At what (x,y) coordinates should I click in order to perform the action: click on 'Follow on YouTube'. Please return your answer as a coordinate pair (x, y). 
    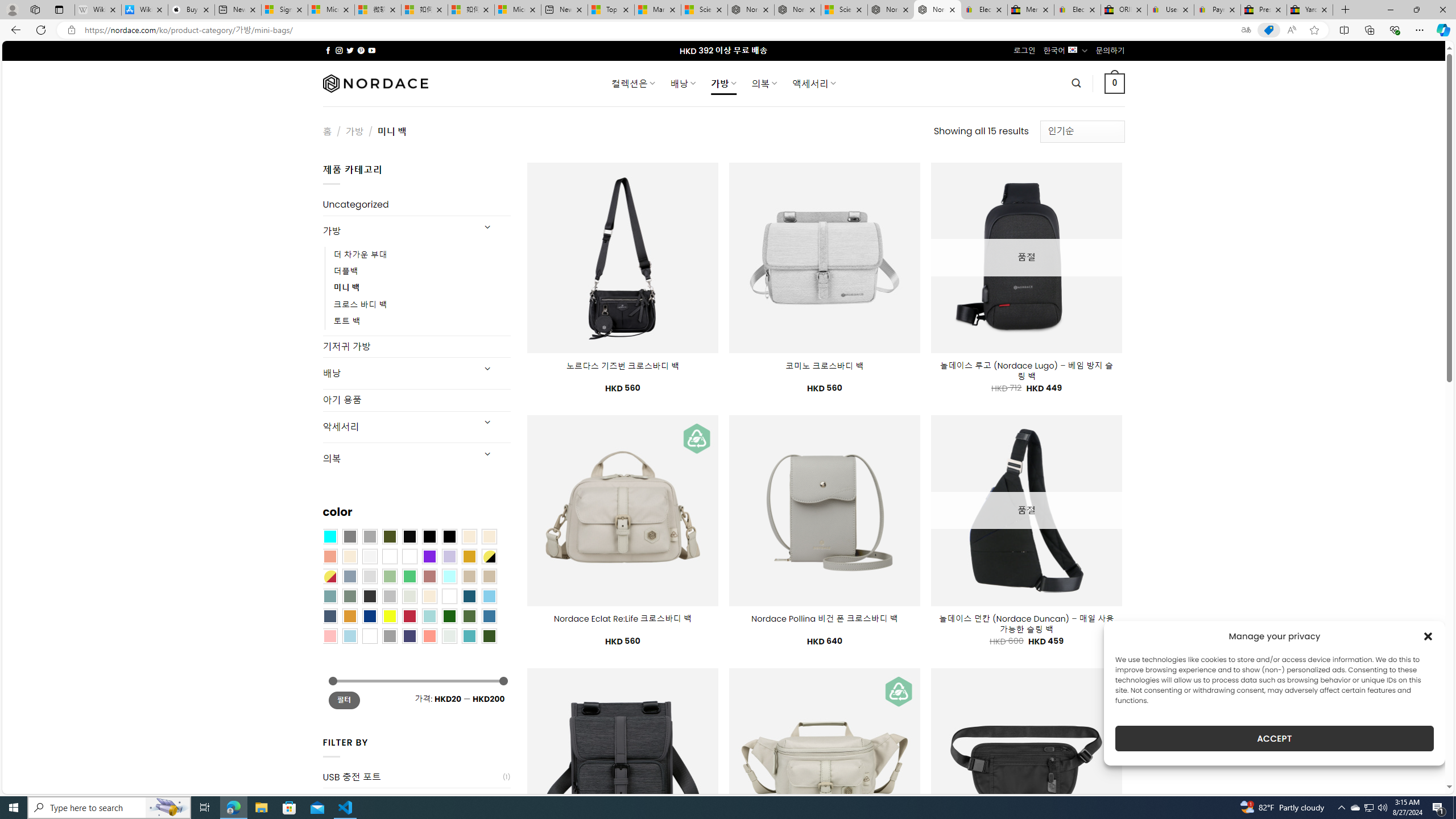
    Looking at the image, I should click on (371, 50).